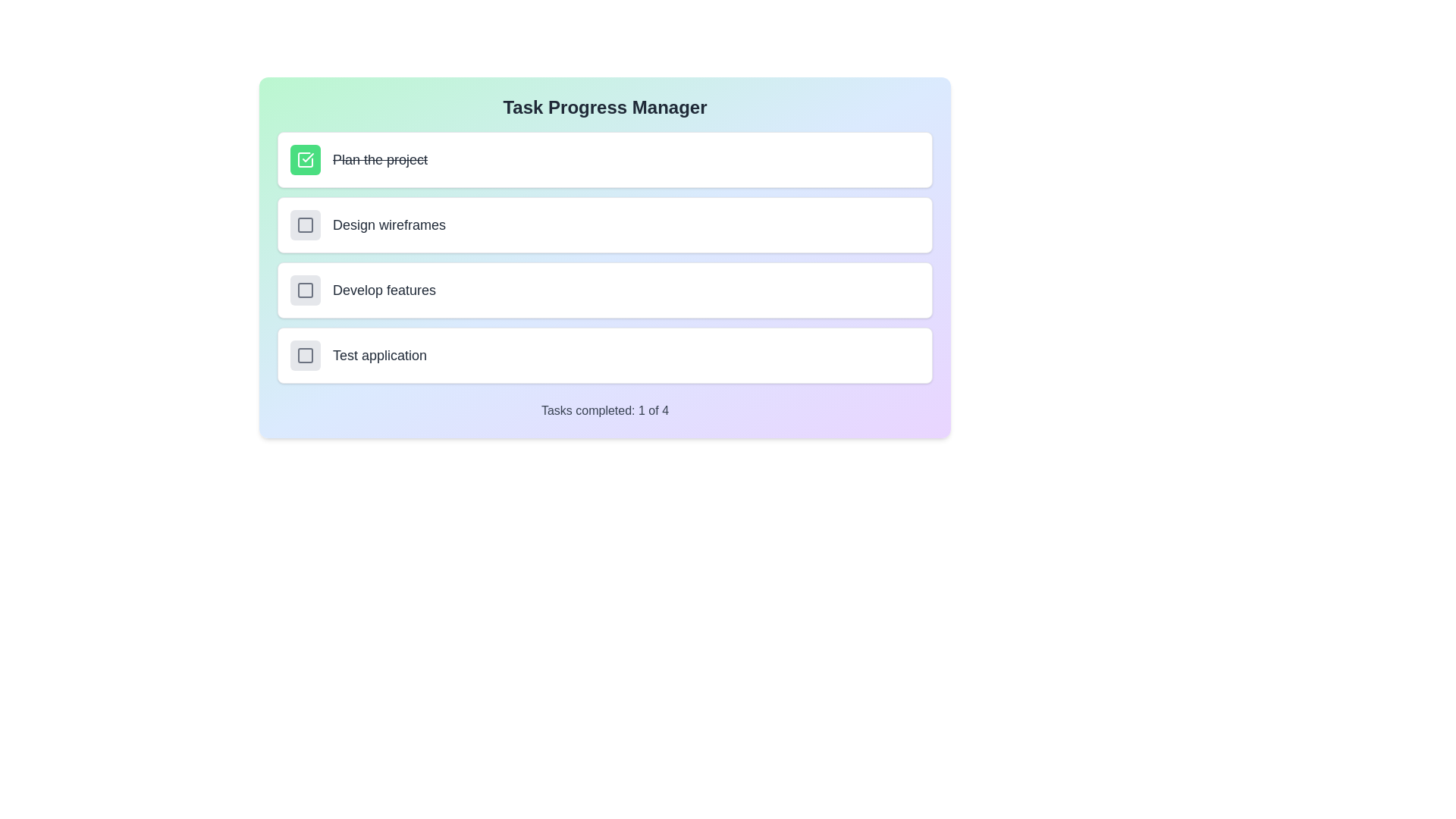 Image resolution: width=1456 pixels, height=819 pixels. What do you see at coordinates (362, 290) in the screenshot?
I see `the 'Develop features' checkbox label` at bounding box center [362, 290].